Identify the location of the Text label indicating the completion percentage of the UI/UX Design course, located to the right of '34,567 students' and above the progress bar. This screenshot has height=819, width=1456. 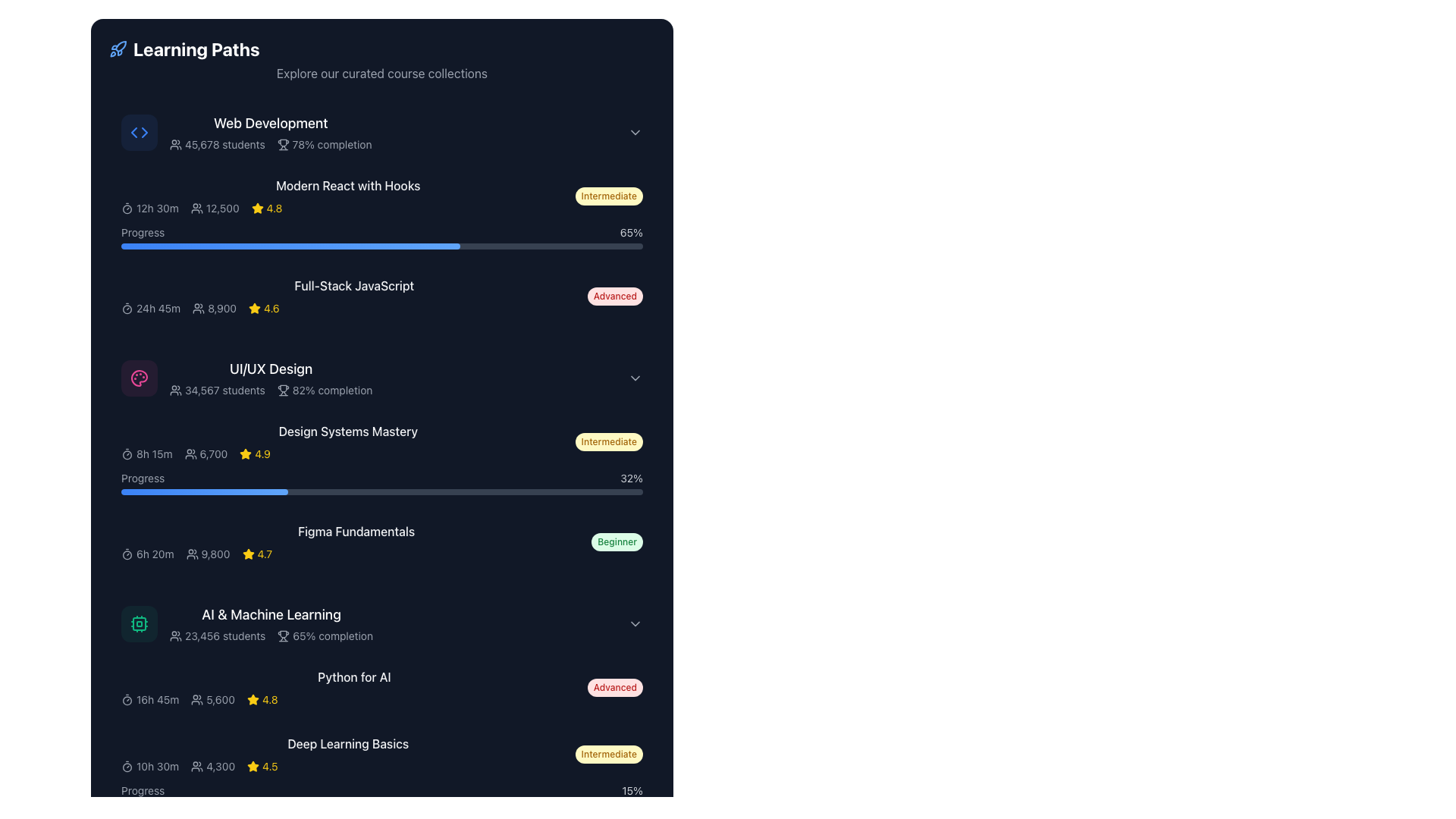
(324, 390).